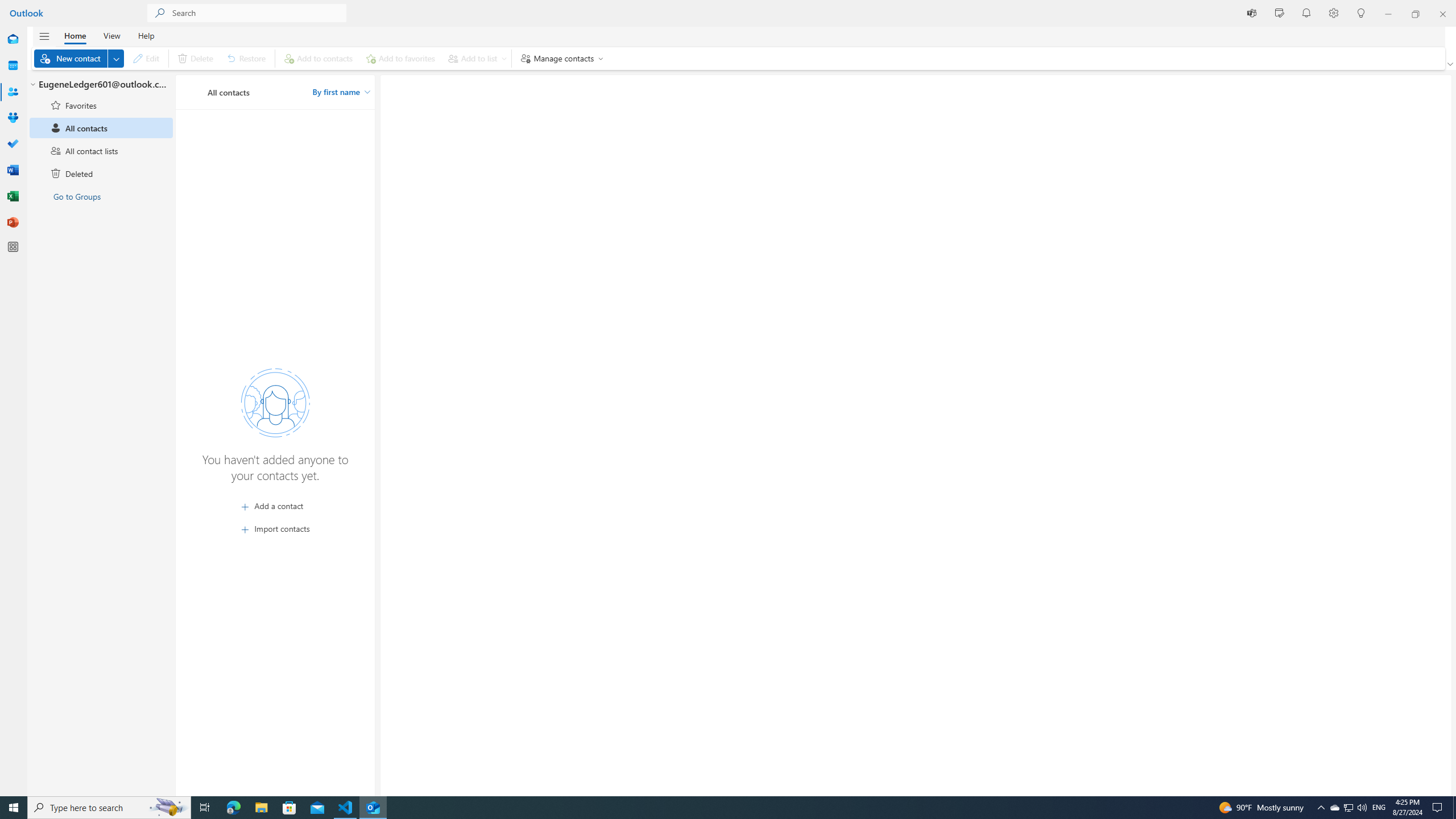  What do you see at coordinates (74, 35) in the screenshot?
I see `'Home'` at bounding box center [74, 35].